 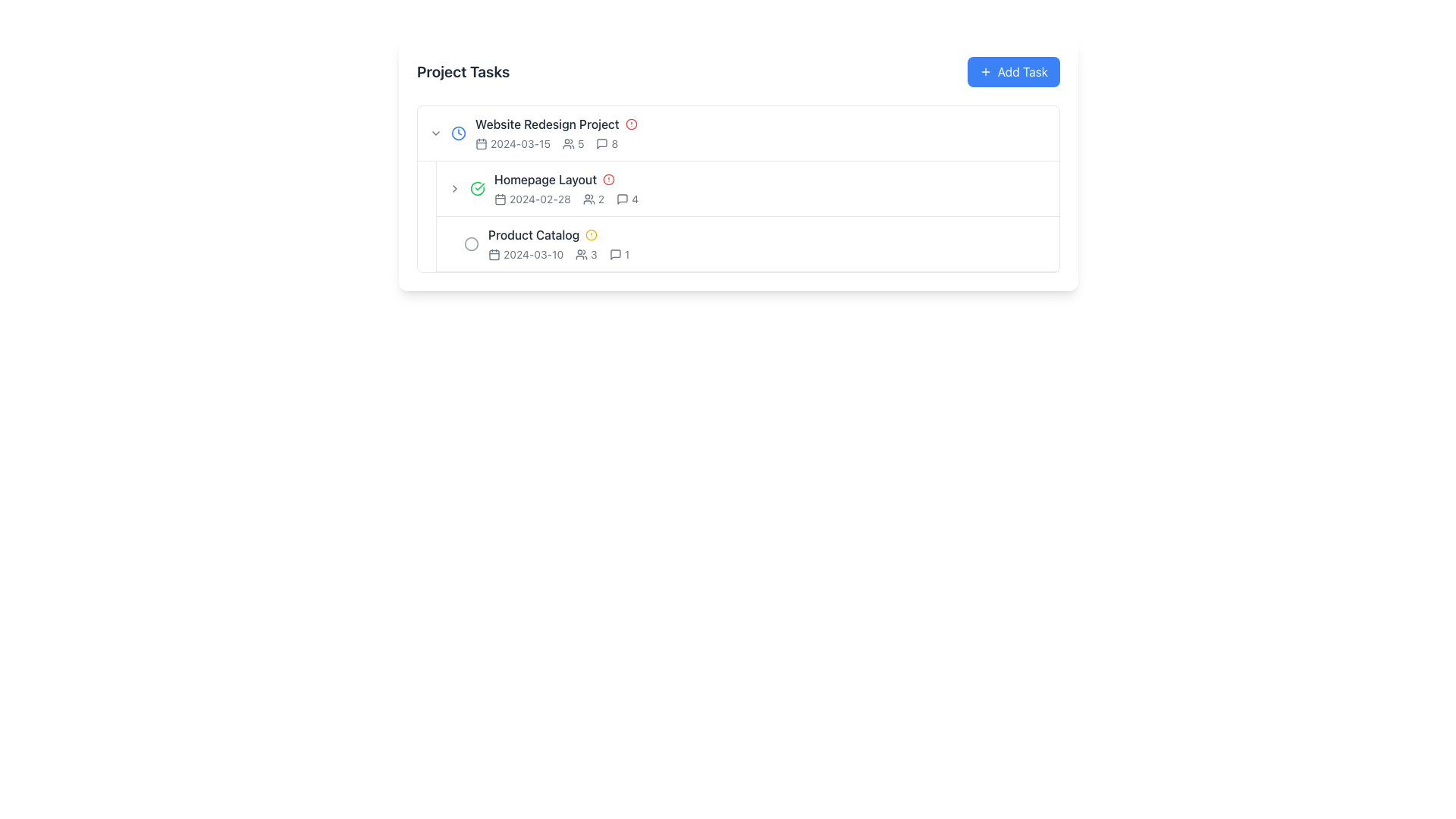 I want to click on the List item labeled 'Homepage Layout', so click(x=748, y=188).